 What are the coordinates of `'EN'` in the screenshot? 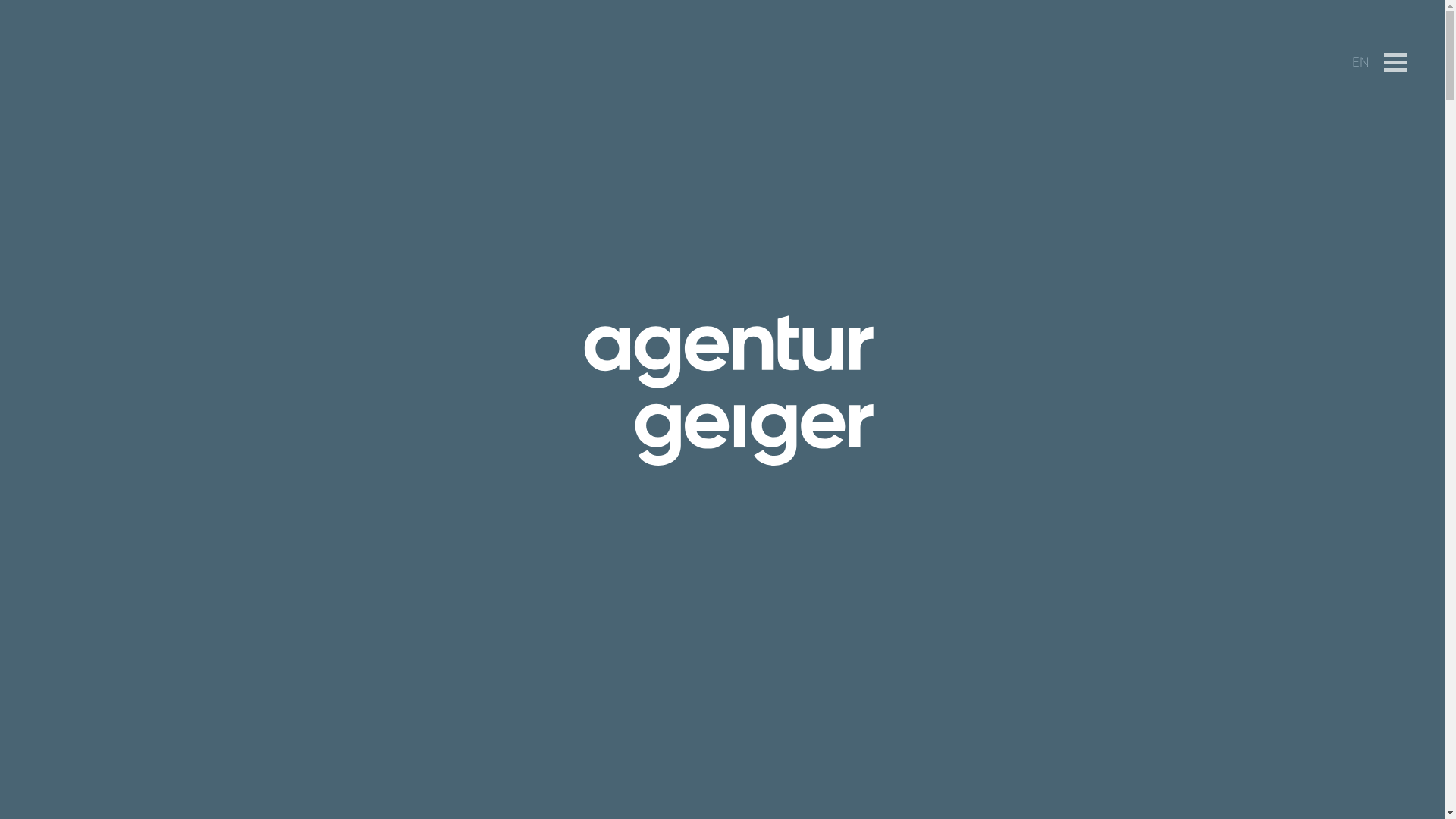 It's located at (1351, 61).